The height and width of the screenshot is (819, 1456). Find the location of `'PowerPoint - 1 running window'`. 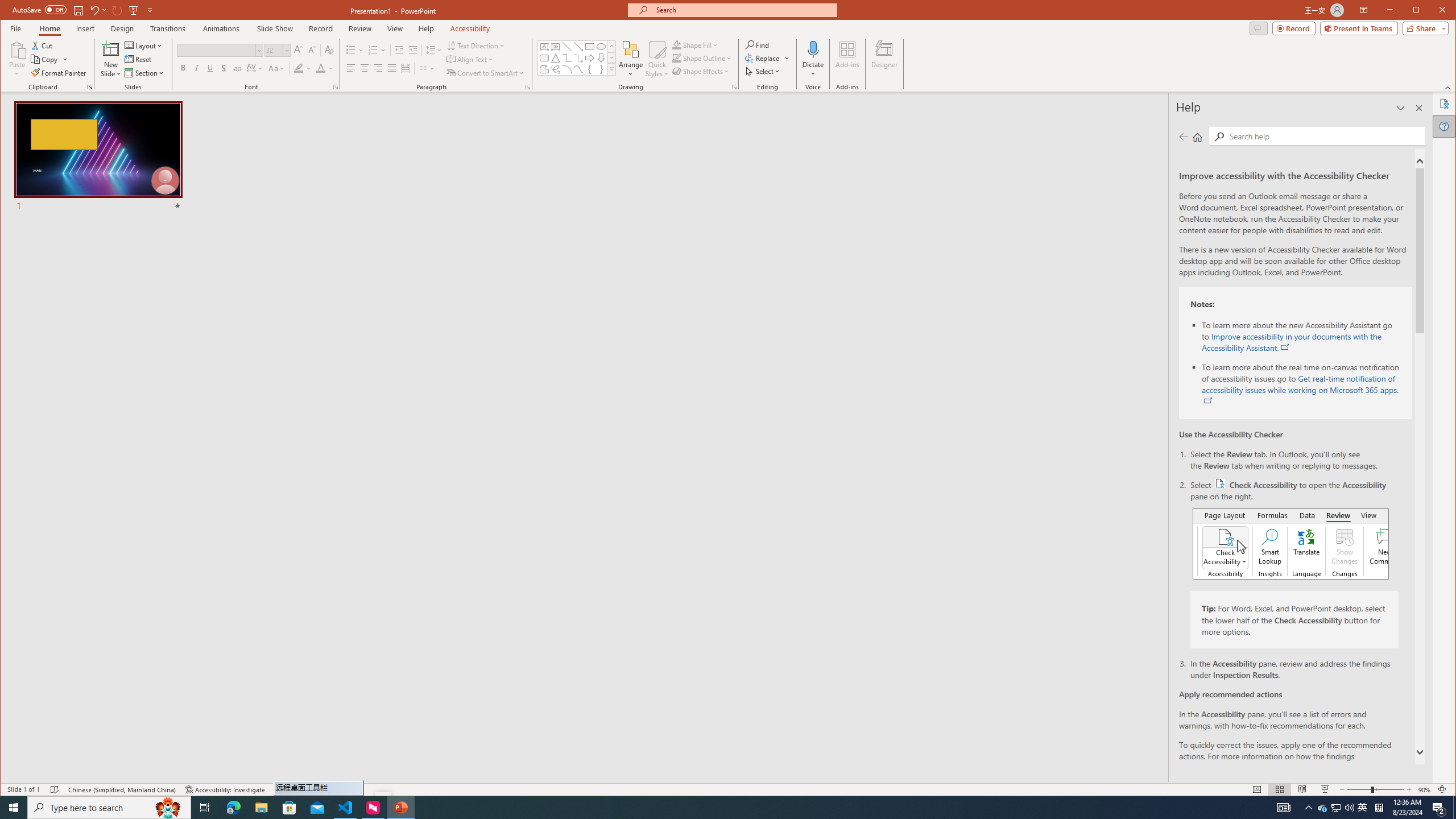

'PowerPoint - 1 running window' is located at coordinates (401, 806).